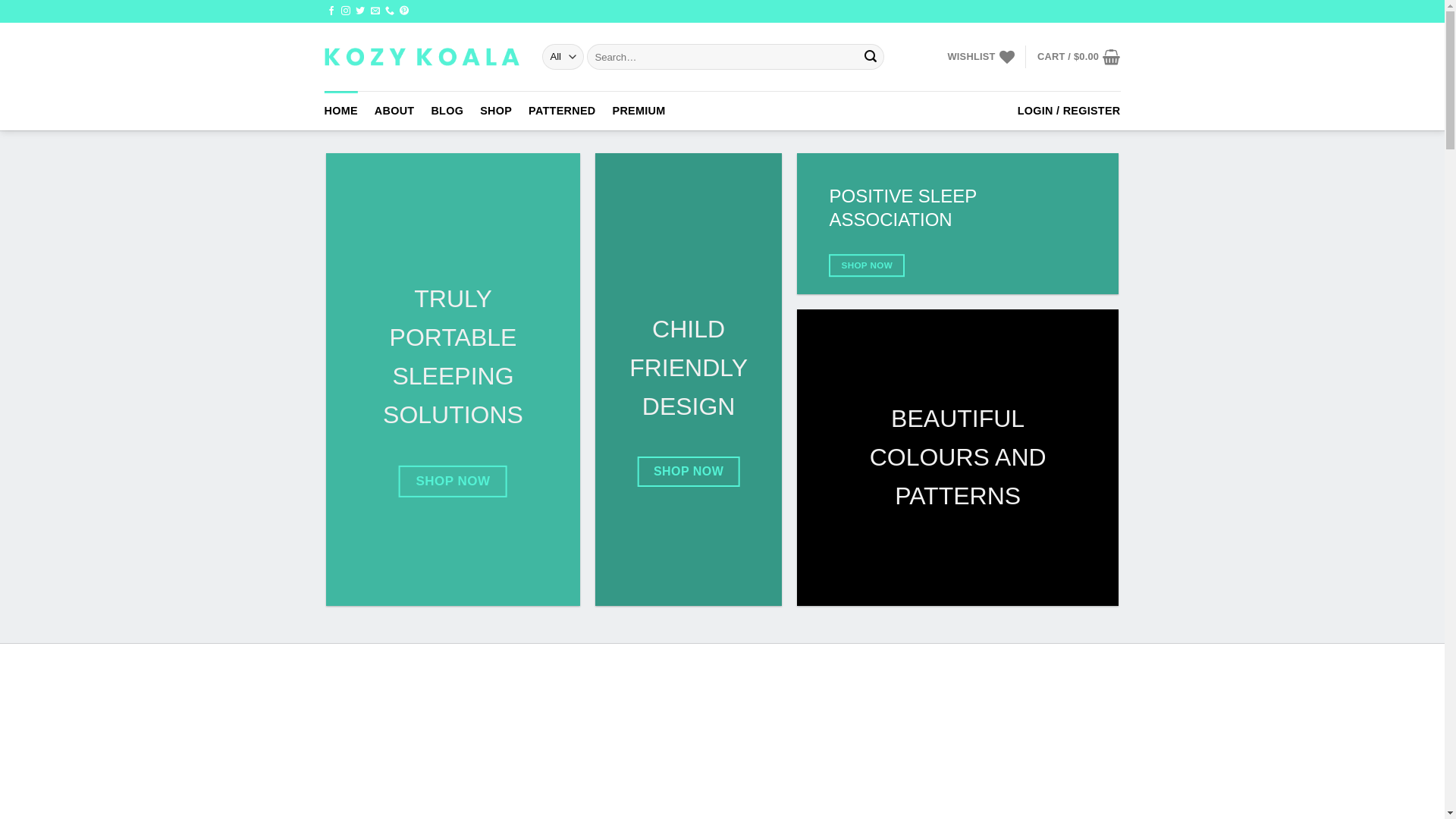 This screenshot has width=1456, height=819. What do you see at coordinates (345, 11) in the screenshot?
I see `'Follow on Instagram'` at bounding box center [345, 11].